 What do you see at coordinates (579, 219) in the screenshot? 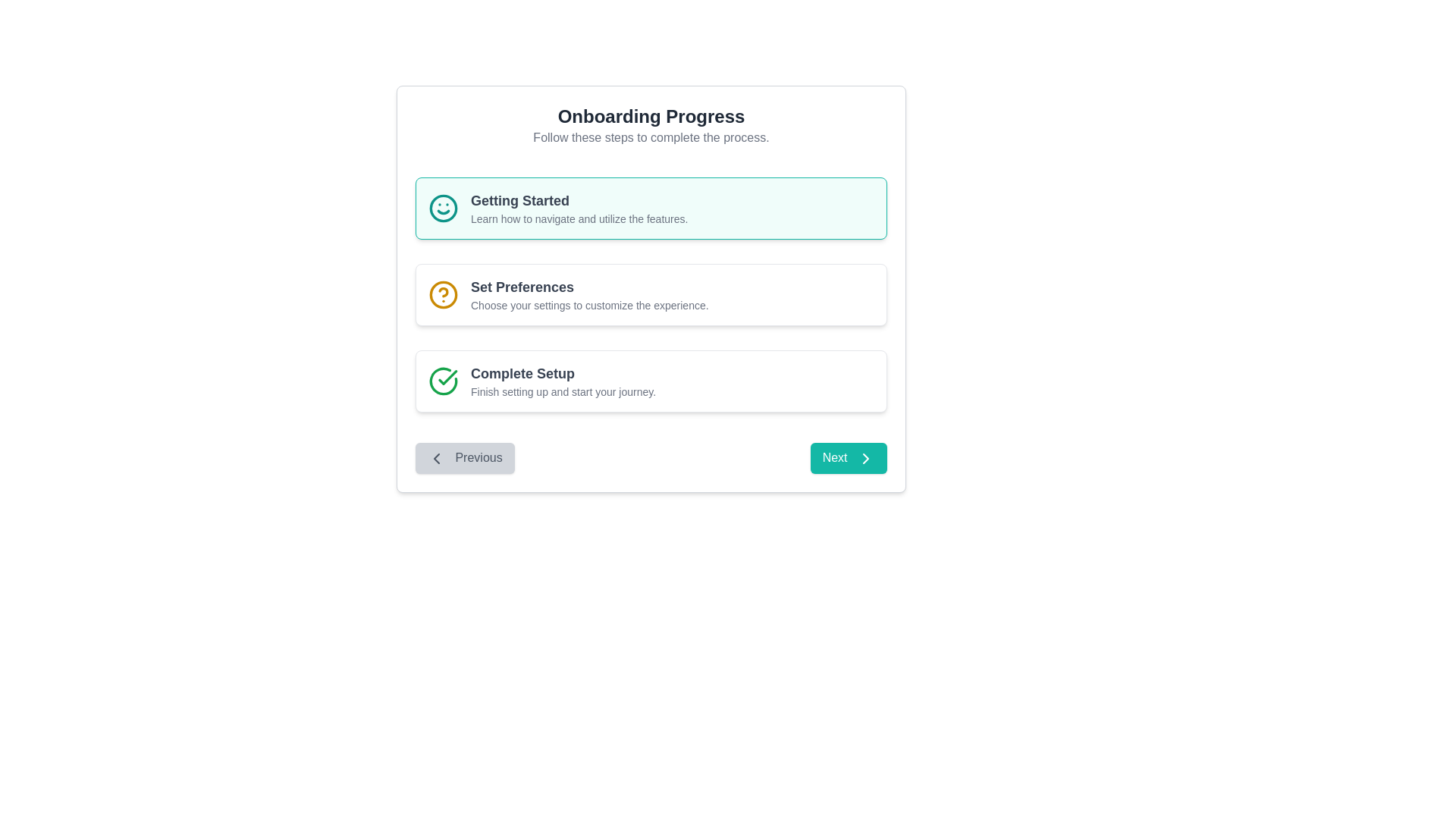
I see `static text element containing the phrase 'Learn how to navigate and utilize the features.' which is located below the 'Getting Started' header in the onboarding progress interface` at bounding box center [579, 219].